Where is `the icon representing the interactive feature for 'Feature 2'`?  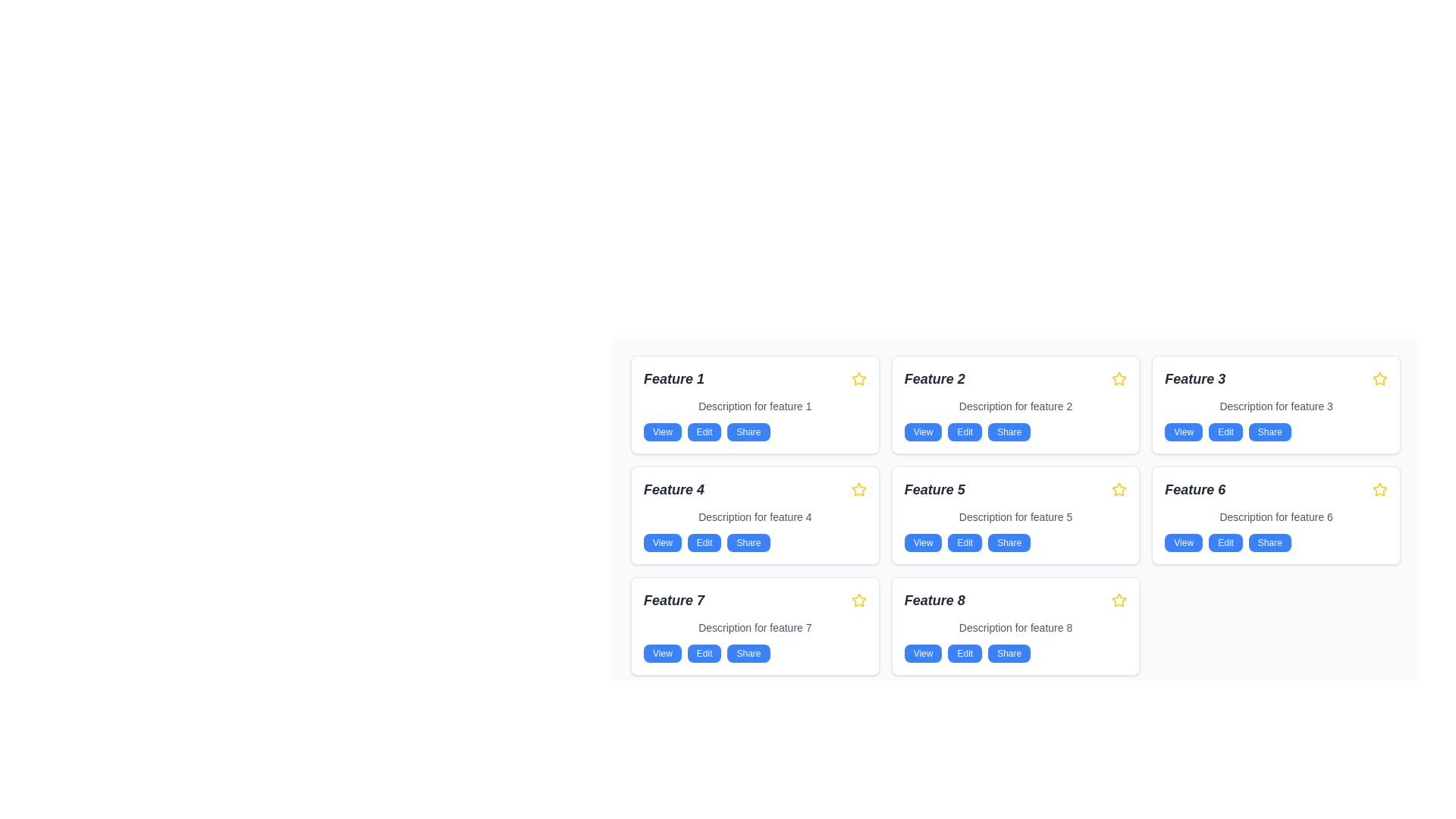 the icon representing the interactive feature for 'Feature 2' is located at coordinates (1119, 378).